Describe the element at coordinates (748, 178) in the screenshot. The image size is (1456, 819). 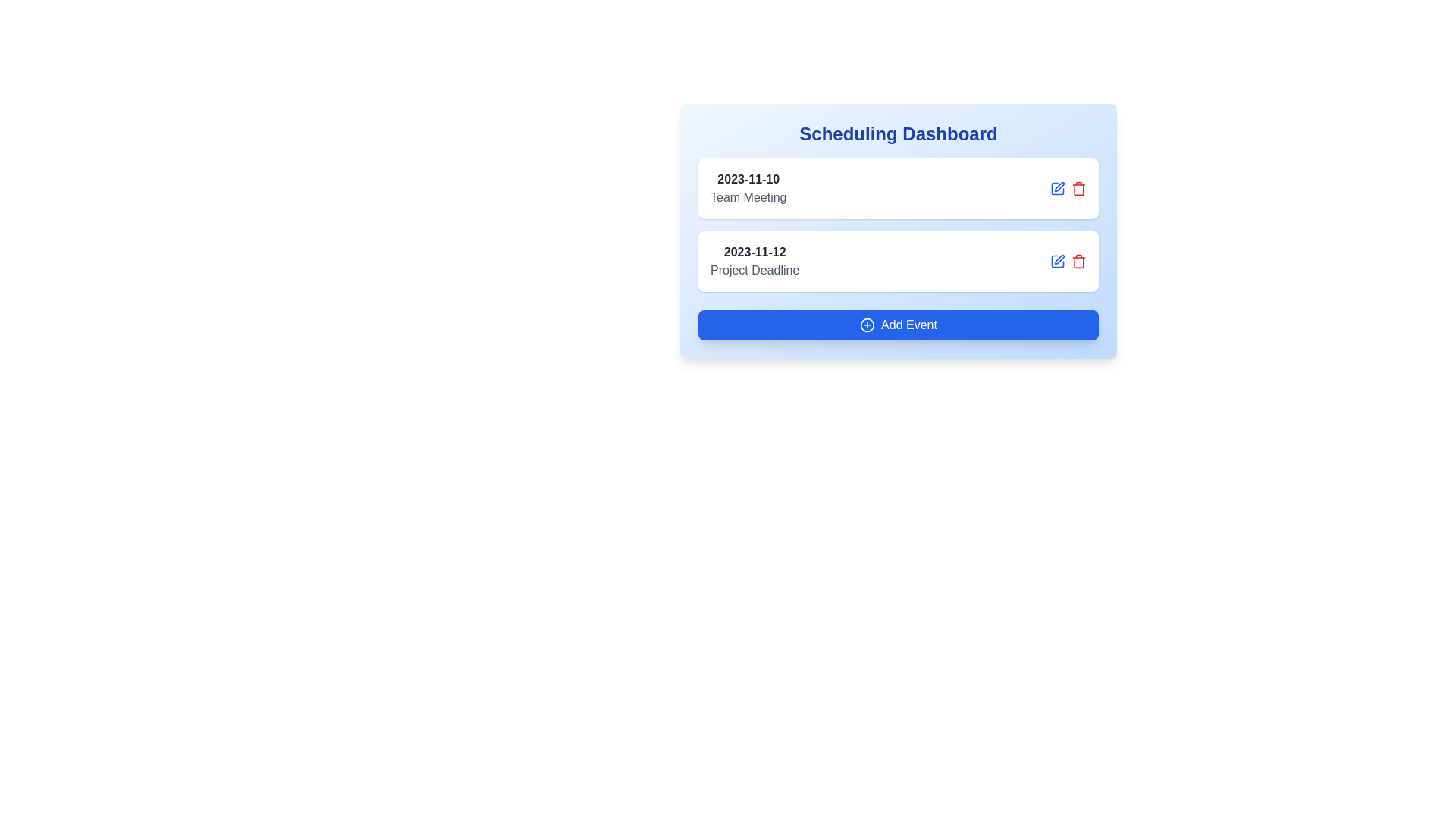
I see `date label associated with the 'Team Meeting' event located in the upper section of the interface, positioned in the top-left portion of its rectangular block` at that location.